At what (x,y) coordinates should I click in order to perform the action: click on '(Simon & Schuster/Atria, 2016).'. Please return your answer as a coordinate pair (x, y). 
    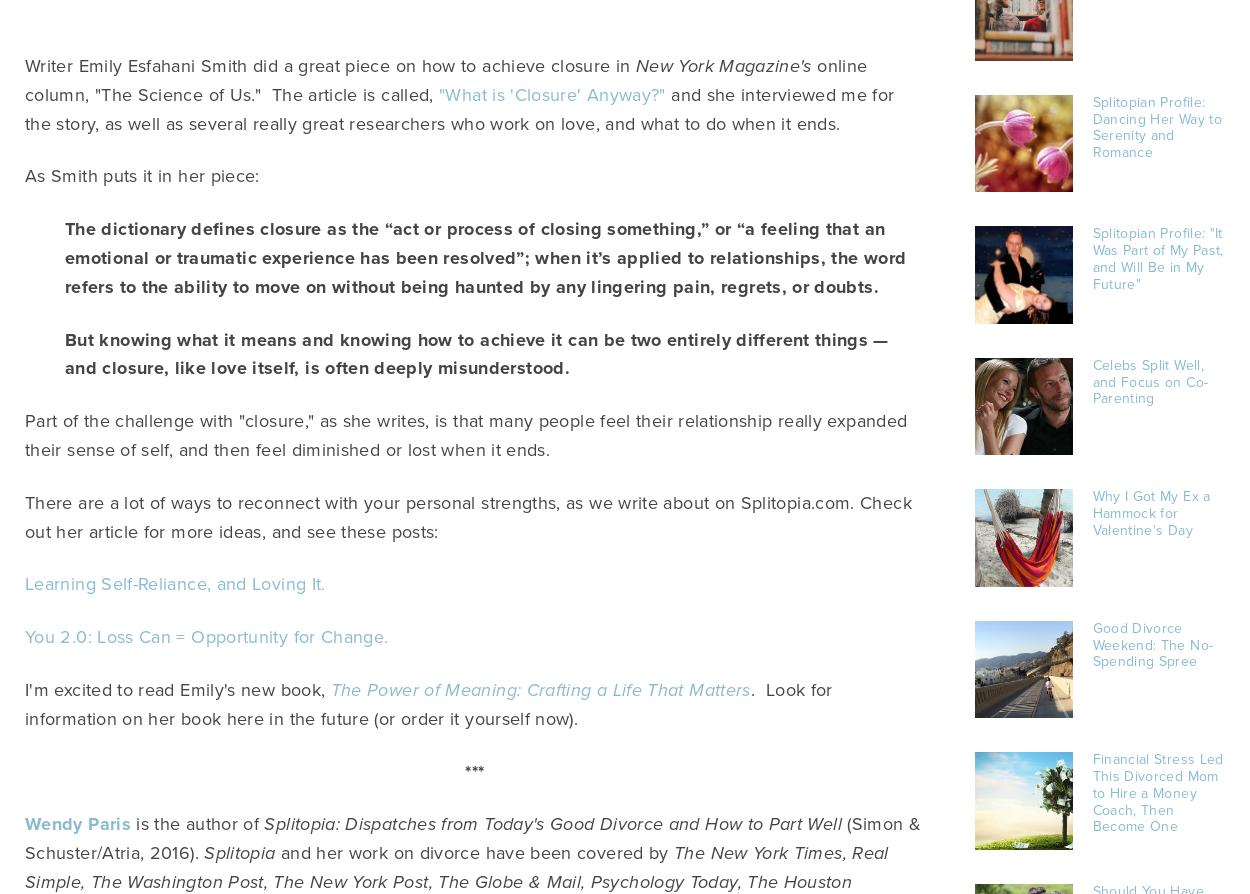
    Looking at the image, I should click on (472, 837).